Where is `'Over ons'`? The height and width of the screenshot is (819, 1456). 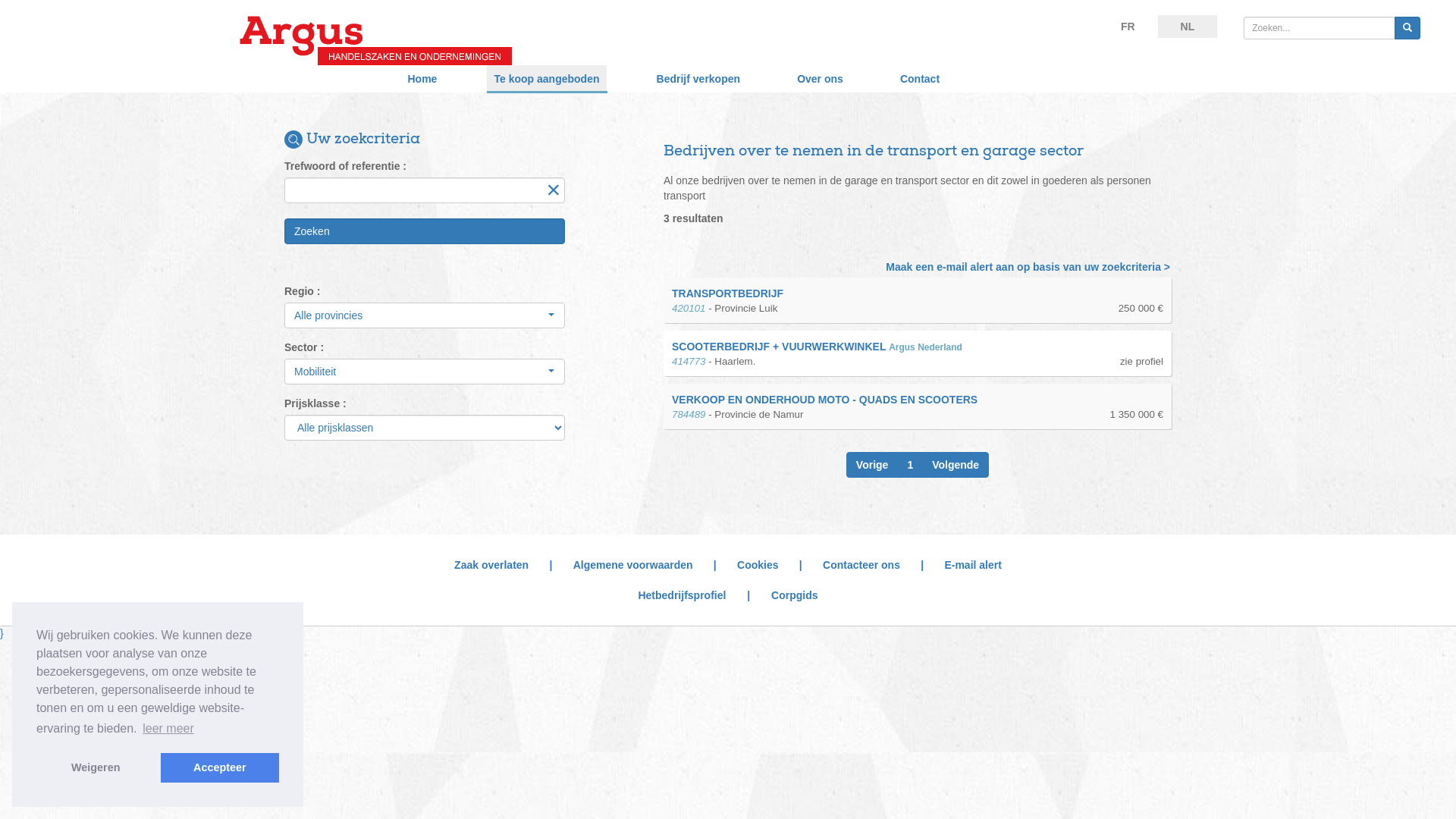 'Over ons' is located at coordinates (819, 79).